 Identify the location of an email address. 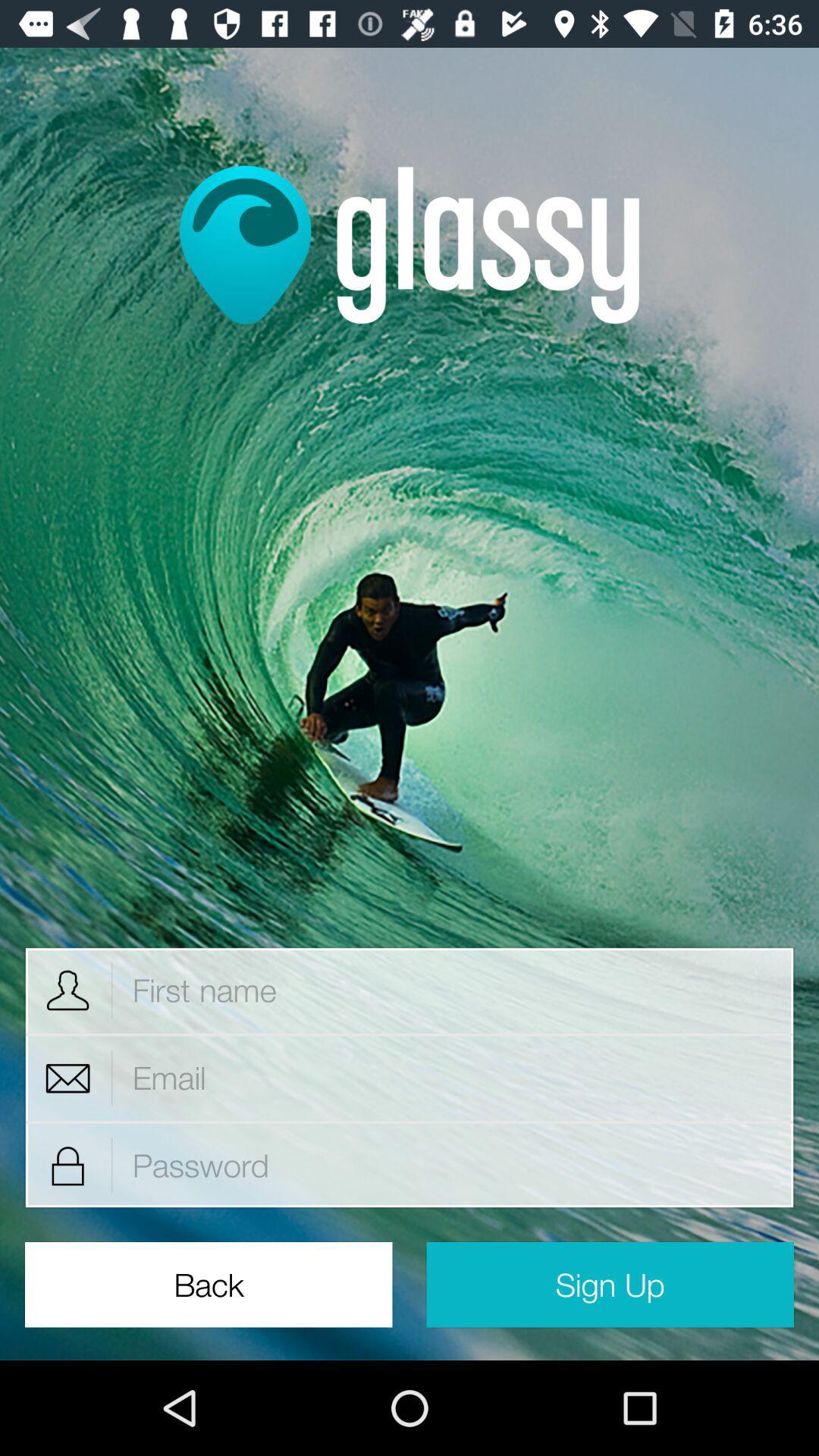
(453, 1077).